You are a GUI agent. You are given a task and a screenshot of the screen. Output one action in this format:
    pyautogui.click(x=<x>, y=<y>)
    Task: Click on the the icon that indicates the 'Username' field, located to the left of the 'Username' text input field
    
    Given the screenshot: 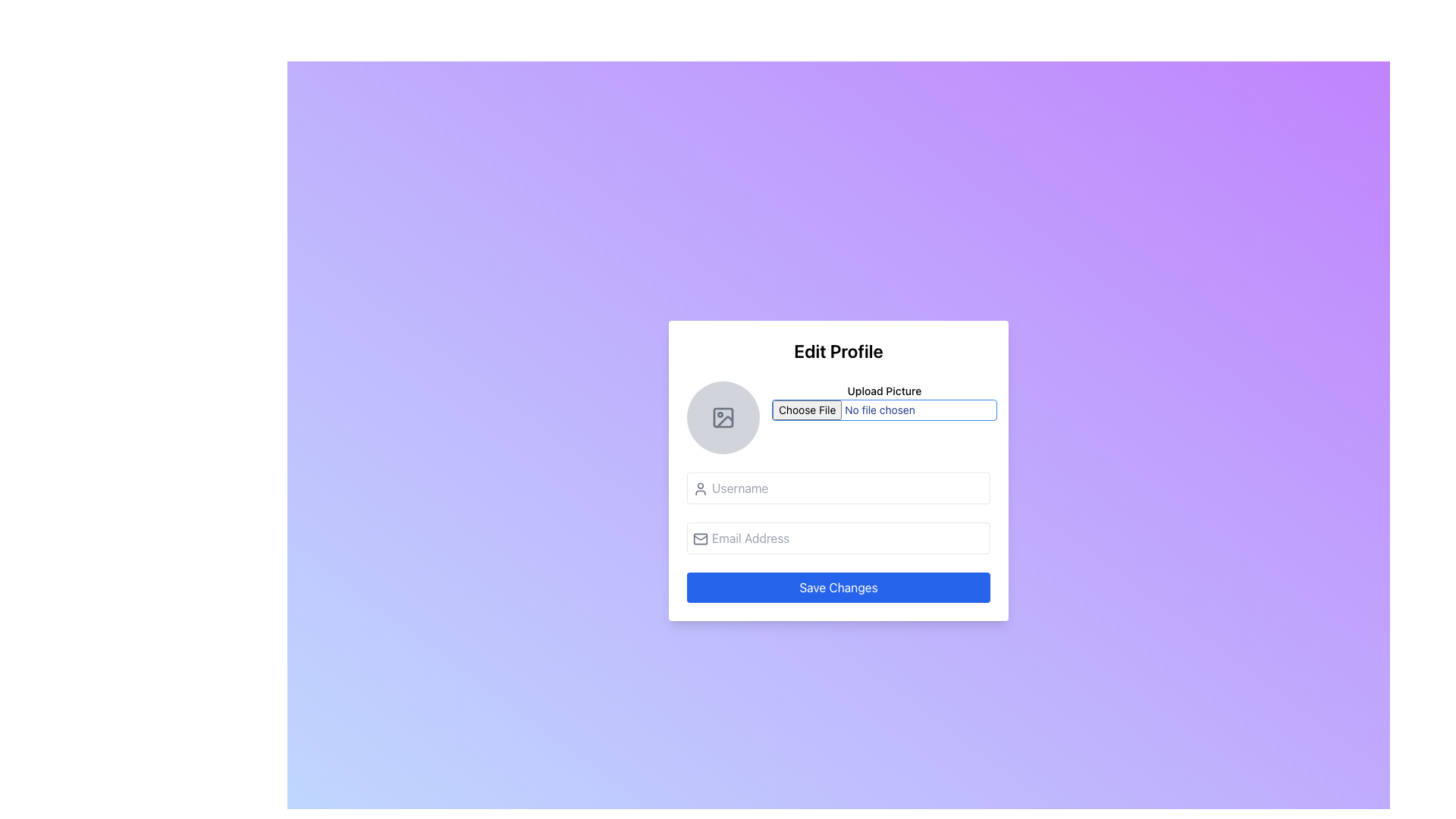 What is the action you would take?
    pyautogui.click(x=700, y=488)
    